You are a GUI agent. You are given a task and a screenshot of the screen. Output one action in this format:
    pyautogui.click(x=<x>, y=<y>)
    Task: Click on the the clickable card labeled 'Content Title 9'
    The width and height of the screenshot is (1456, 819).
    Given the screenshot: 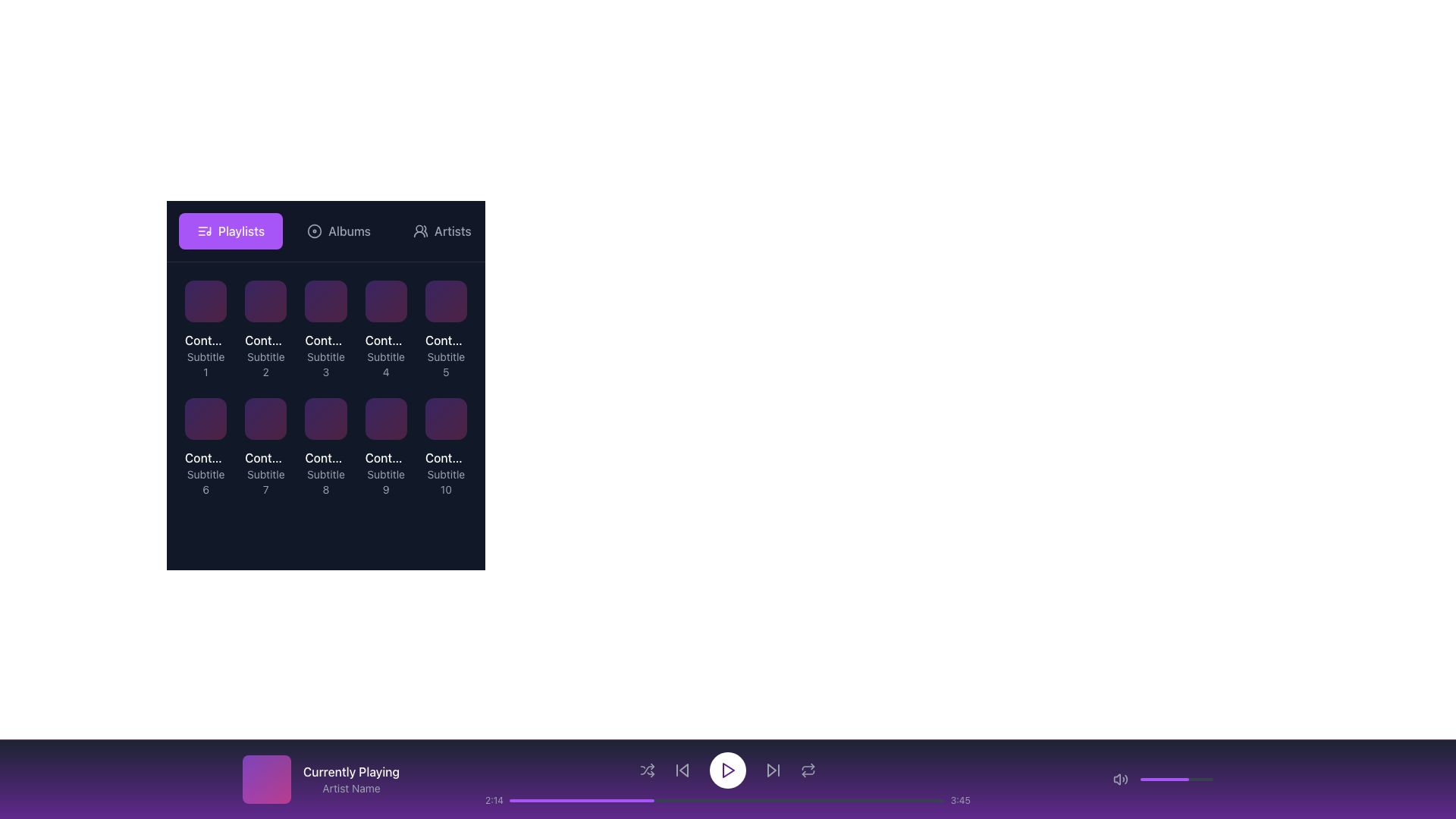 What is the action you would take?
    pyautogui.click(x=386, y=447)
    